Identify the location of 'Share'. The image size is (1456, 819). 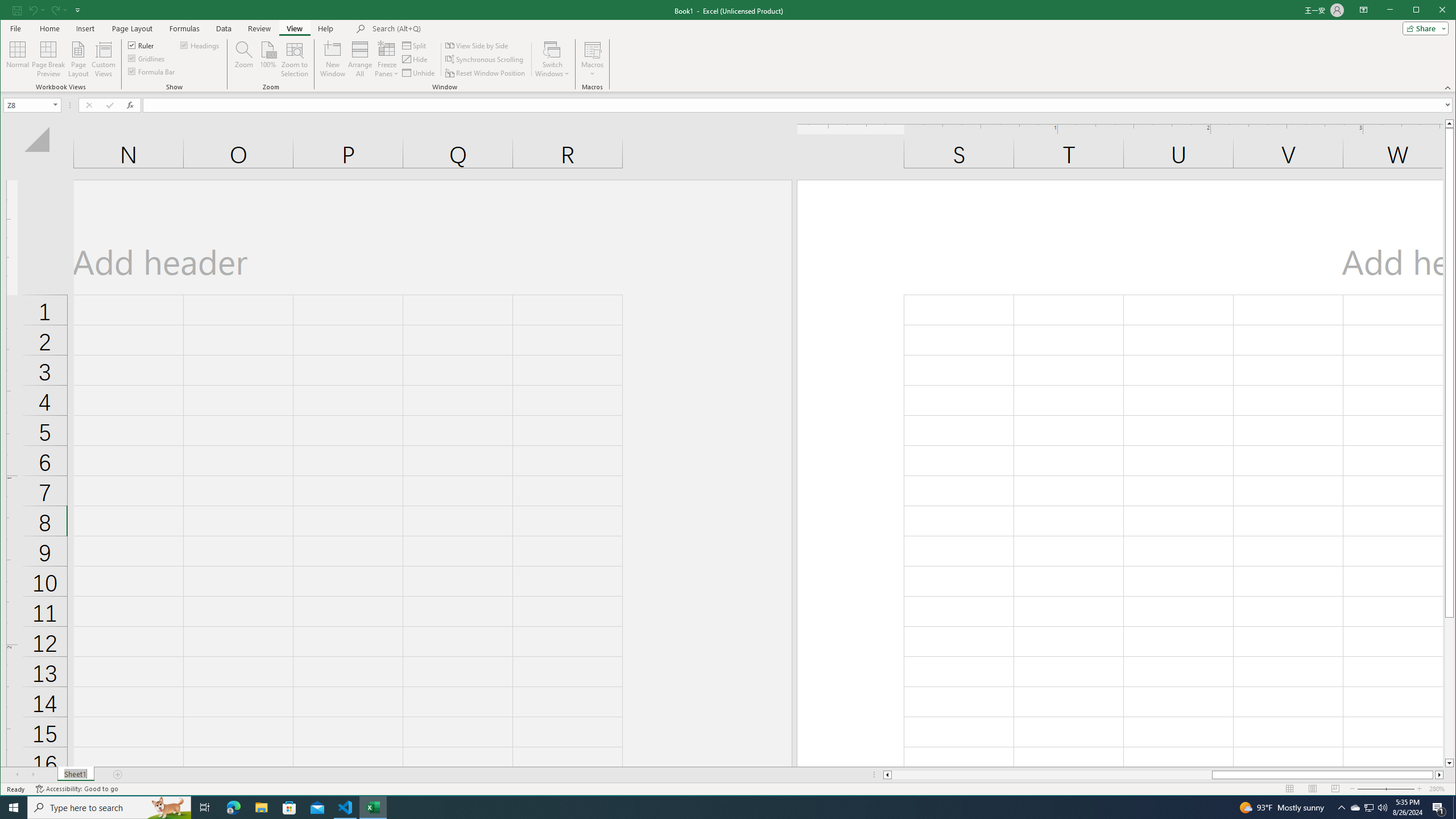
(1423, 28).